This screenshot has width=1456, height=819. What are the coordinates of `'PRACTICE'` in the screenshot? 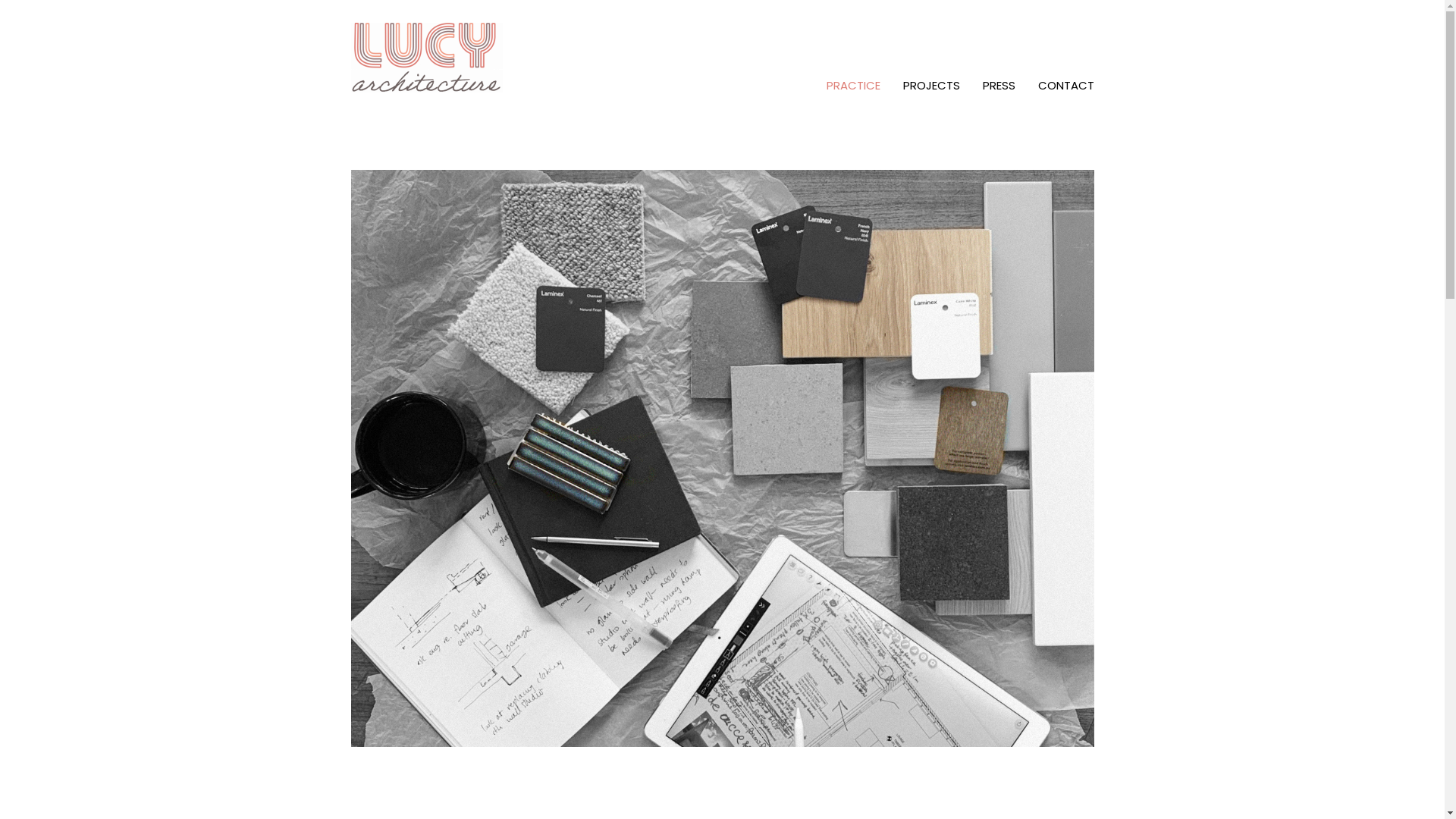 It's located at (852, 86).